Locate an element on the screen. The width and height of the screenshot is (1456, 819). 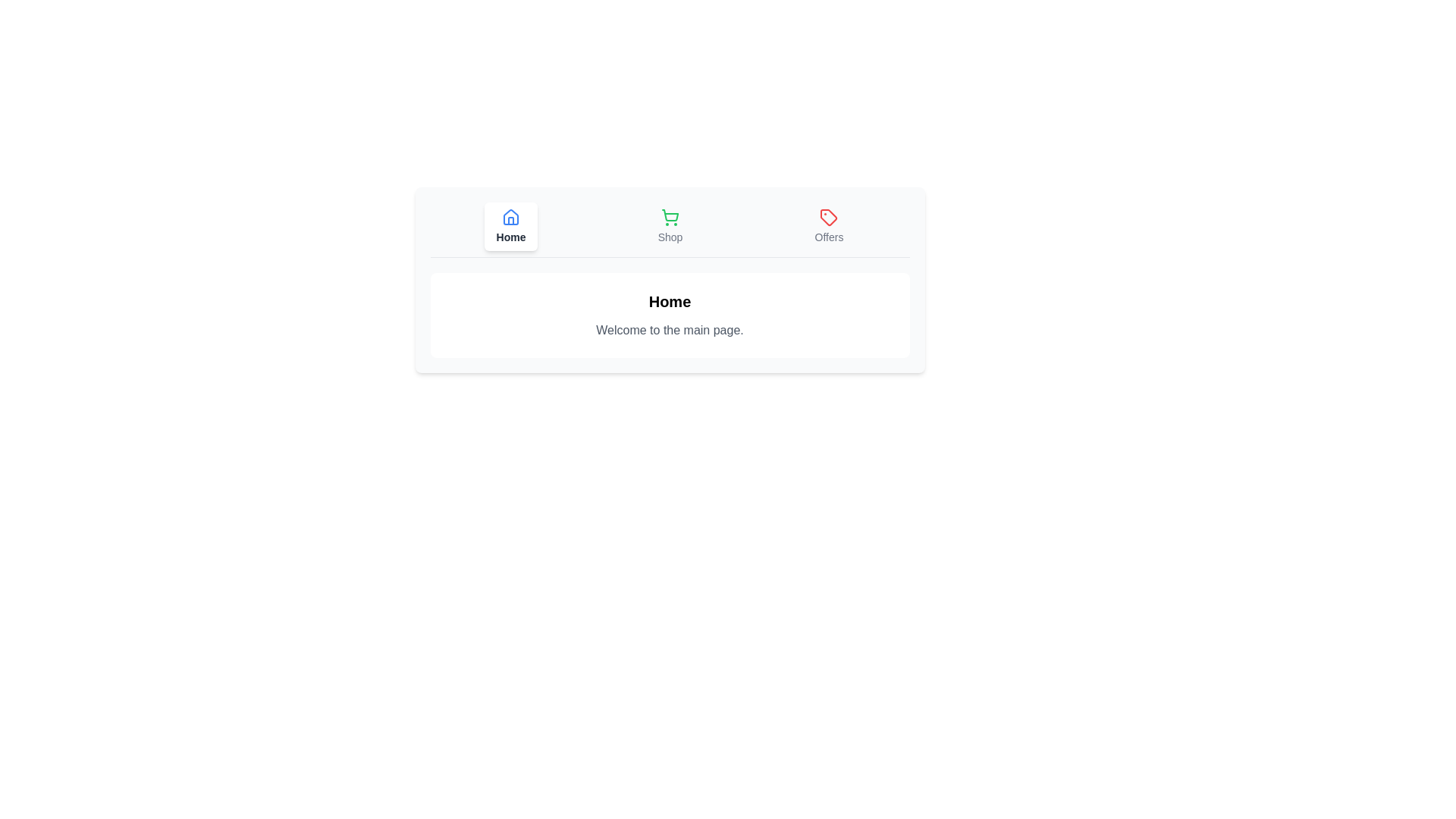
the button labeled Shop is located at coordinates (669, 227).